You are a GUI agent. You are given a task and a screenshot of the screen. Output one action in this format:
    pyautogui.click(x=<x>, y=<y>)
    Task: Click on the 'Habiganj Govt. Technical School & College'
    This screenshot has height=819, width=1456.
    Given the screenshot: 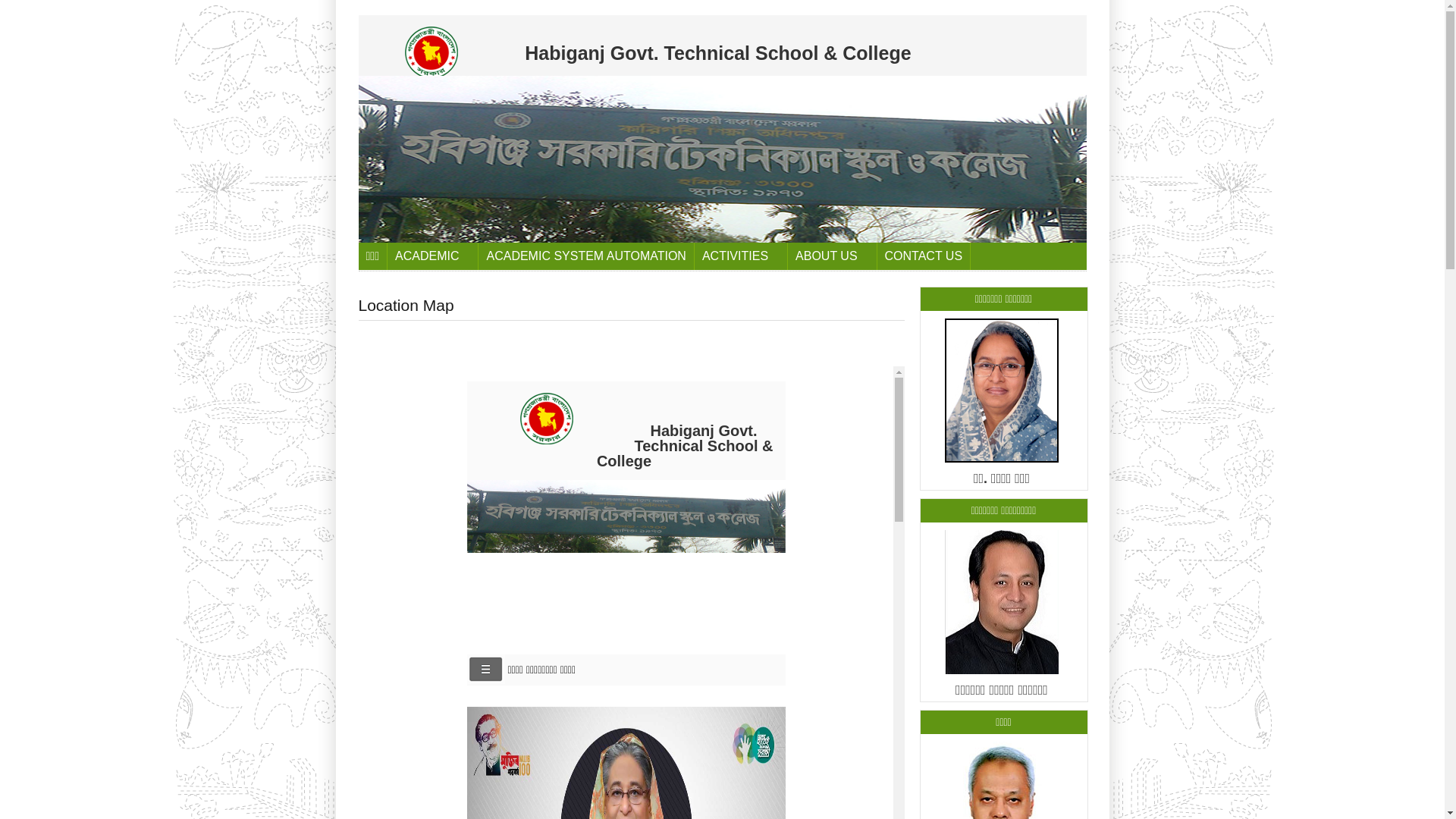 What is the action you would take?
    pyautogui.click(x=719, y=45)
    